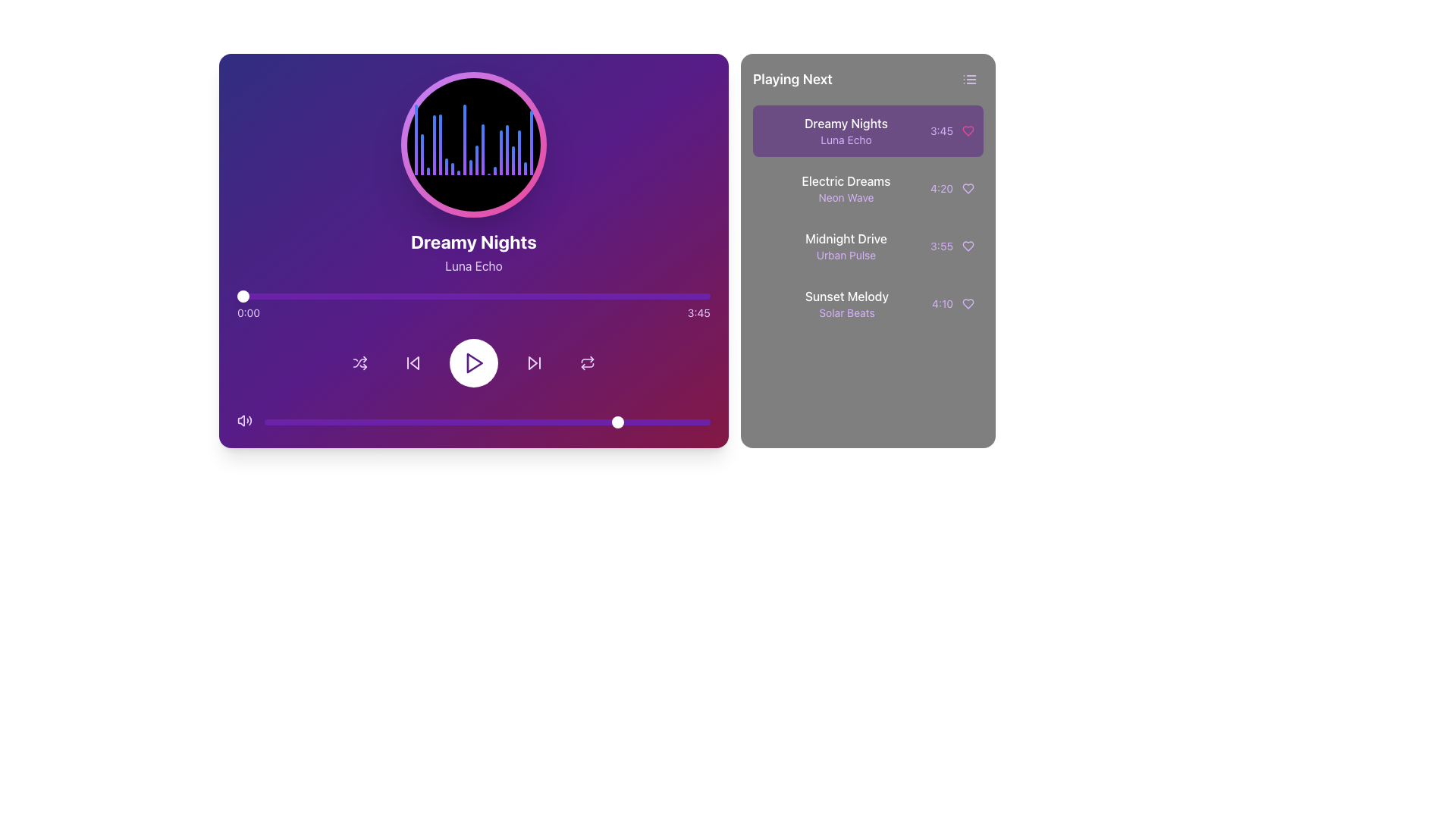 The width and height of the screenshot is (1456, 819). I want to click on the subtitle text label displaying additional information for the 'Sunset Melody' track located in the 'Playing Next' playlist, so click(846, 312).